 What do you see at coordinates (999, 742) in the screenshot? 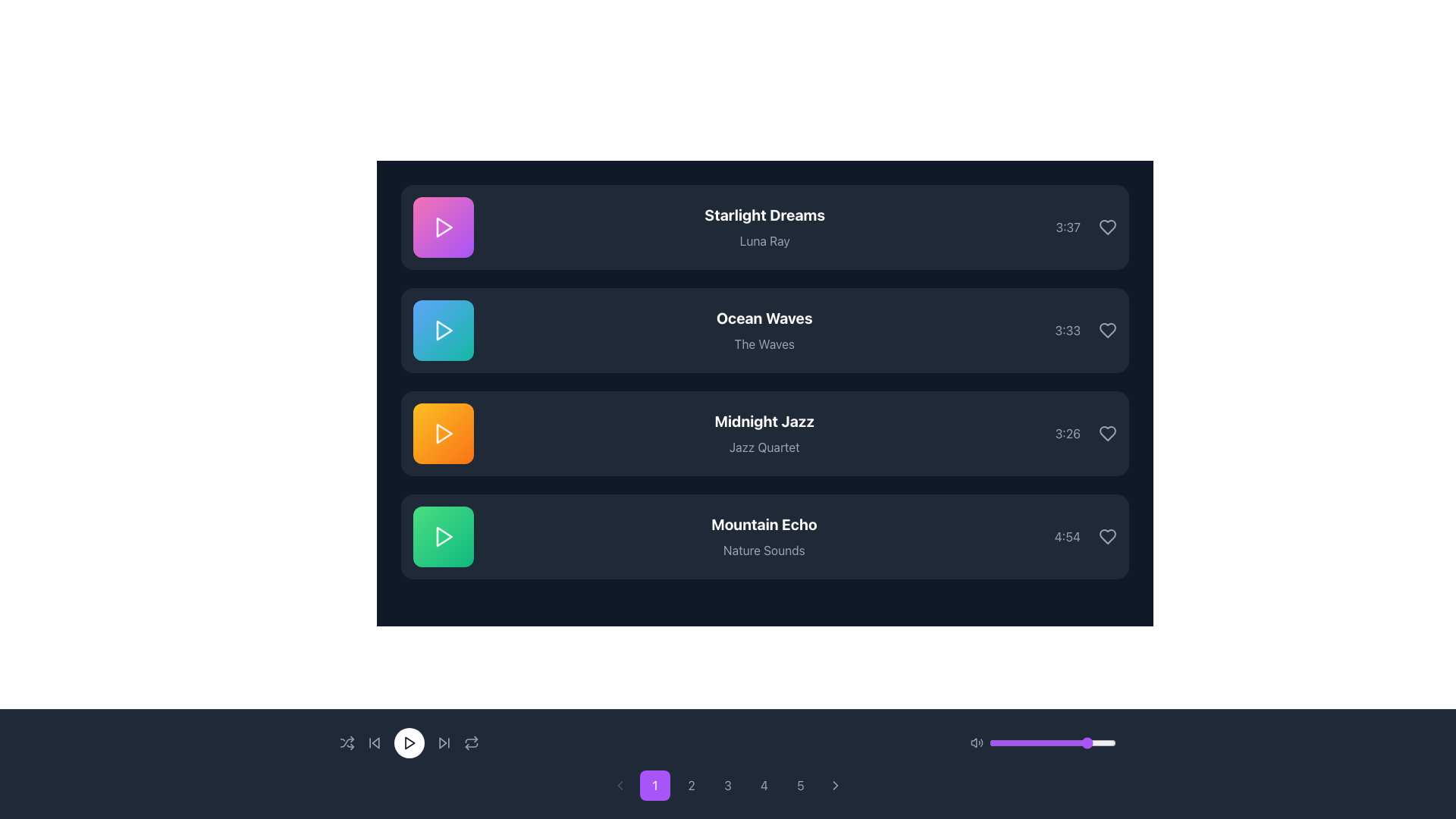
I see `the slider value` at bounding box center [999, 742].